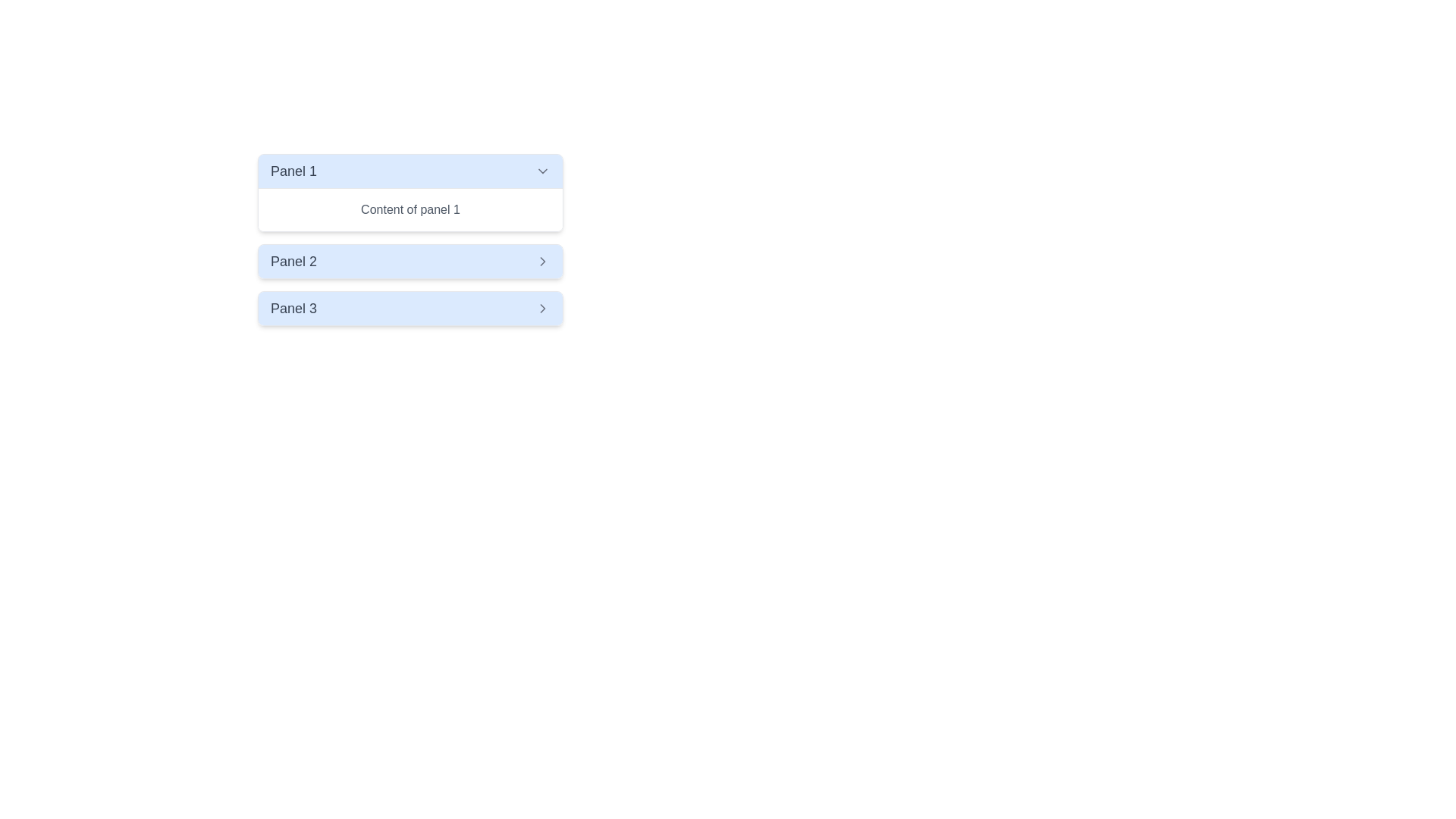 This screenshot has height=819, width=1456. I want to click on text label indicating the title or purpose of the first panel, which is located in the header on the left side of the expandable section icon, so click(293, 171).